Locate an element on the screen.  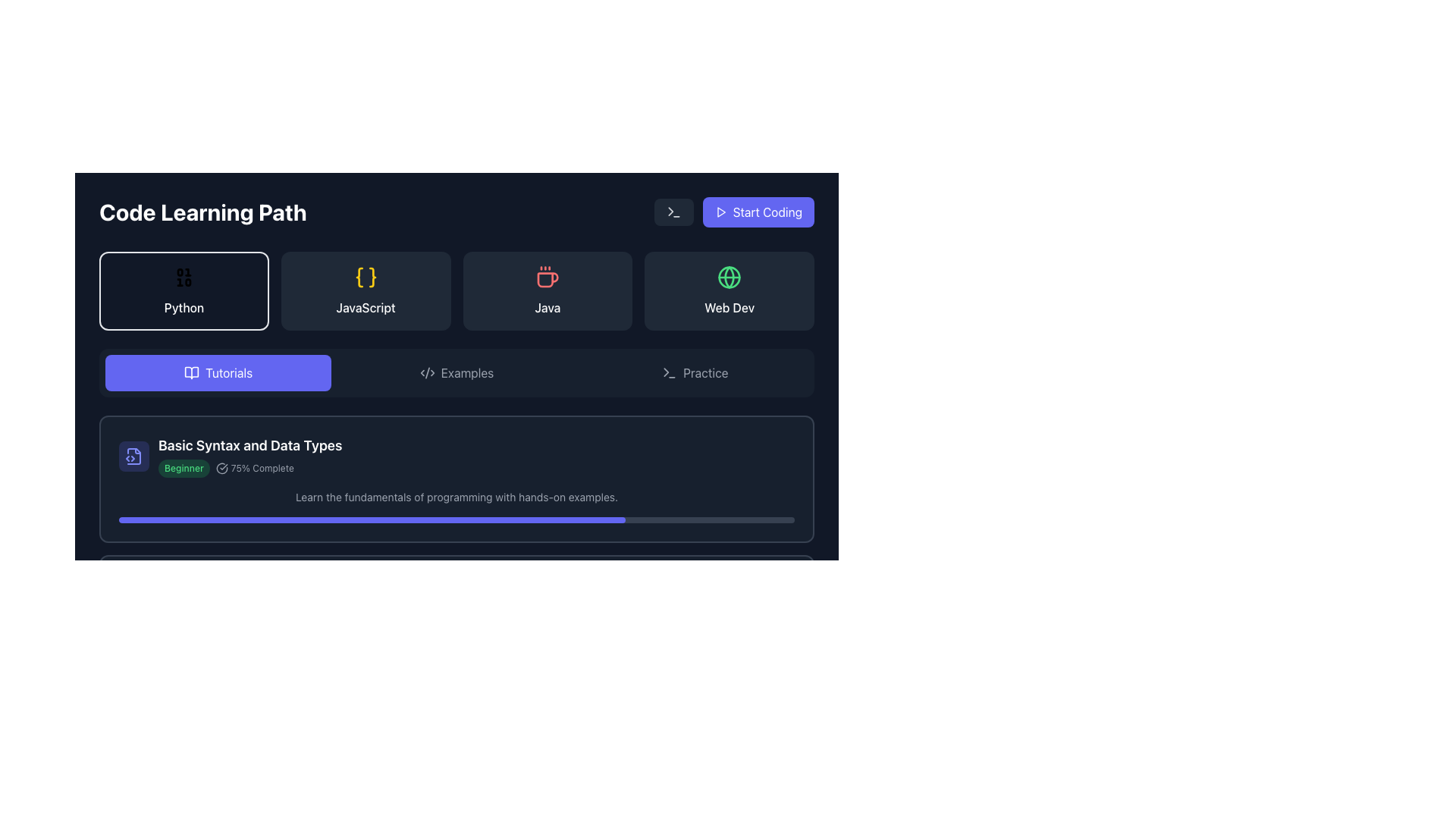
the visual representation of the progress indicator located within the grey horizontal bar at the bottom of the interface, below the 'Basic Syntax and Data Types' section is located at coordinates (271, 659).